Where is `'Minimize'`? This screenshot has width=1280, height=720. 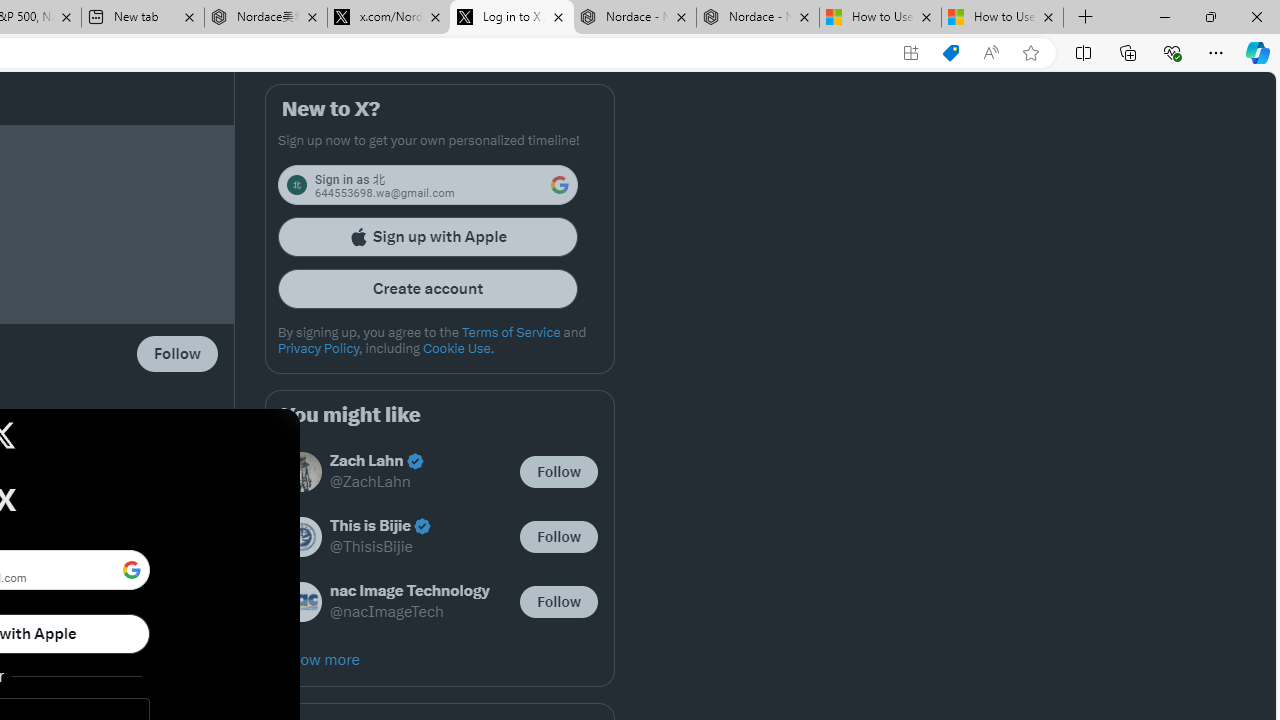 'Minimize' is located at coordinates (1164, 16).